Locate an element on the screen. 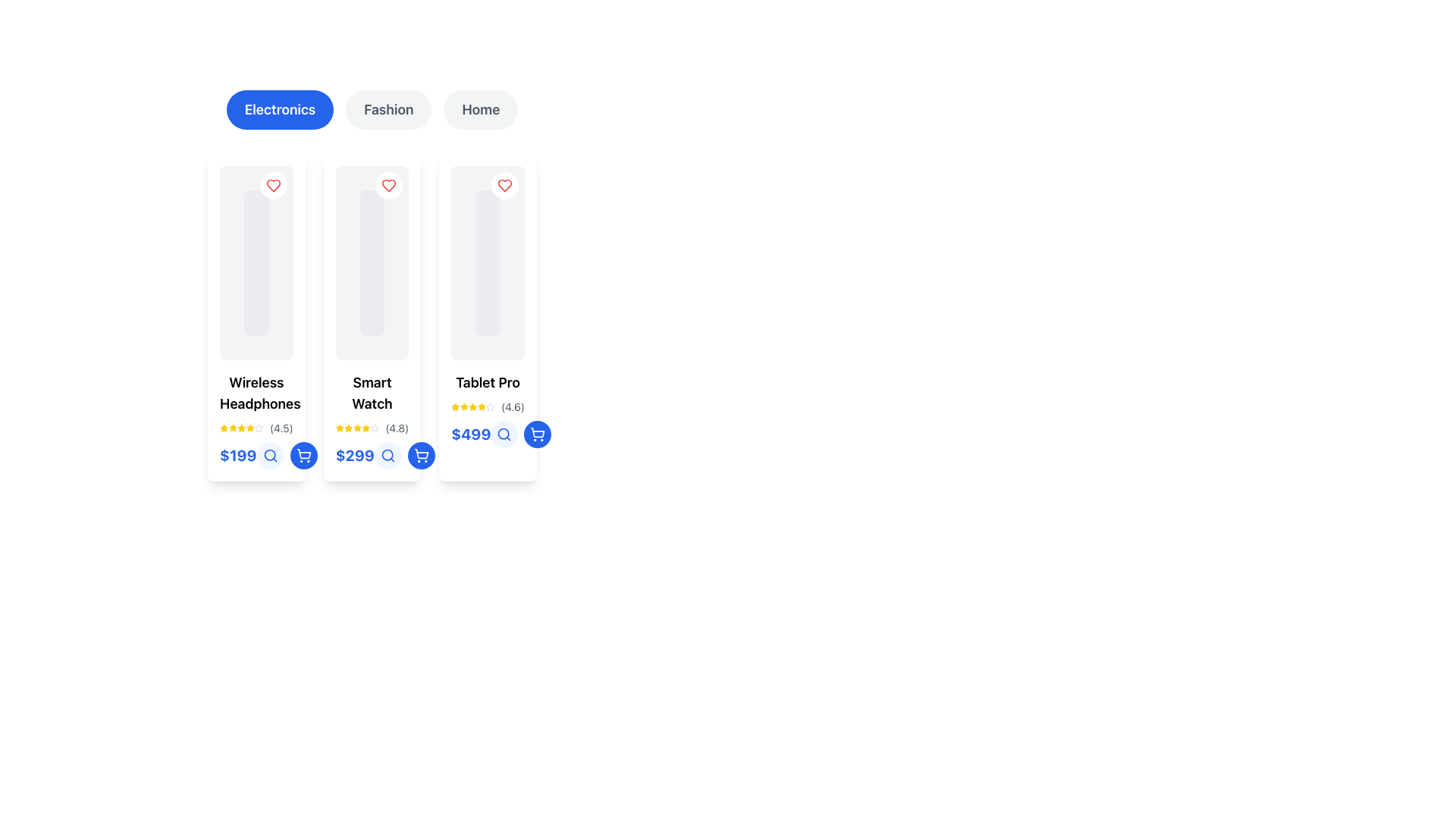 The height and width of the screenshot is (819, 1456). the fifth star icon with a gray outline in the rating widget below the 'Smart Watch' text to attempt rating is located at coordinates (375, 428).